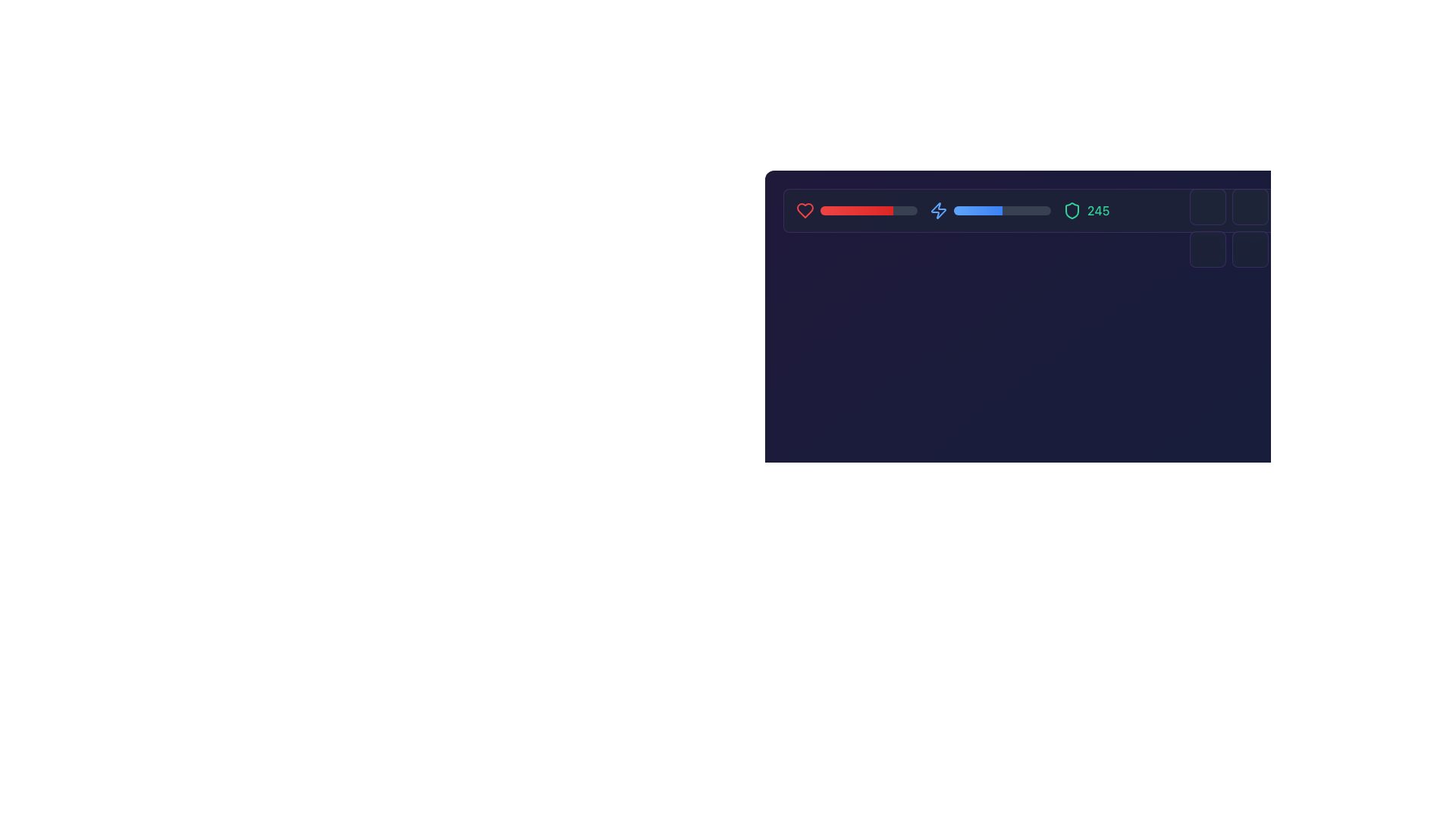  What do you see at coordinates (990, 210) in the screenshot?
I see `the second progress bar that indicates energy or power level, located to the right of a red progress bar with a heart icon and to the left of a green shield icon` at bounding box center [990, 210].